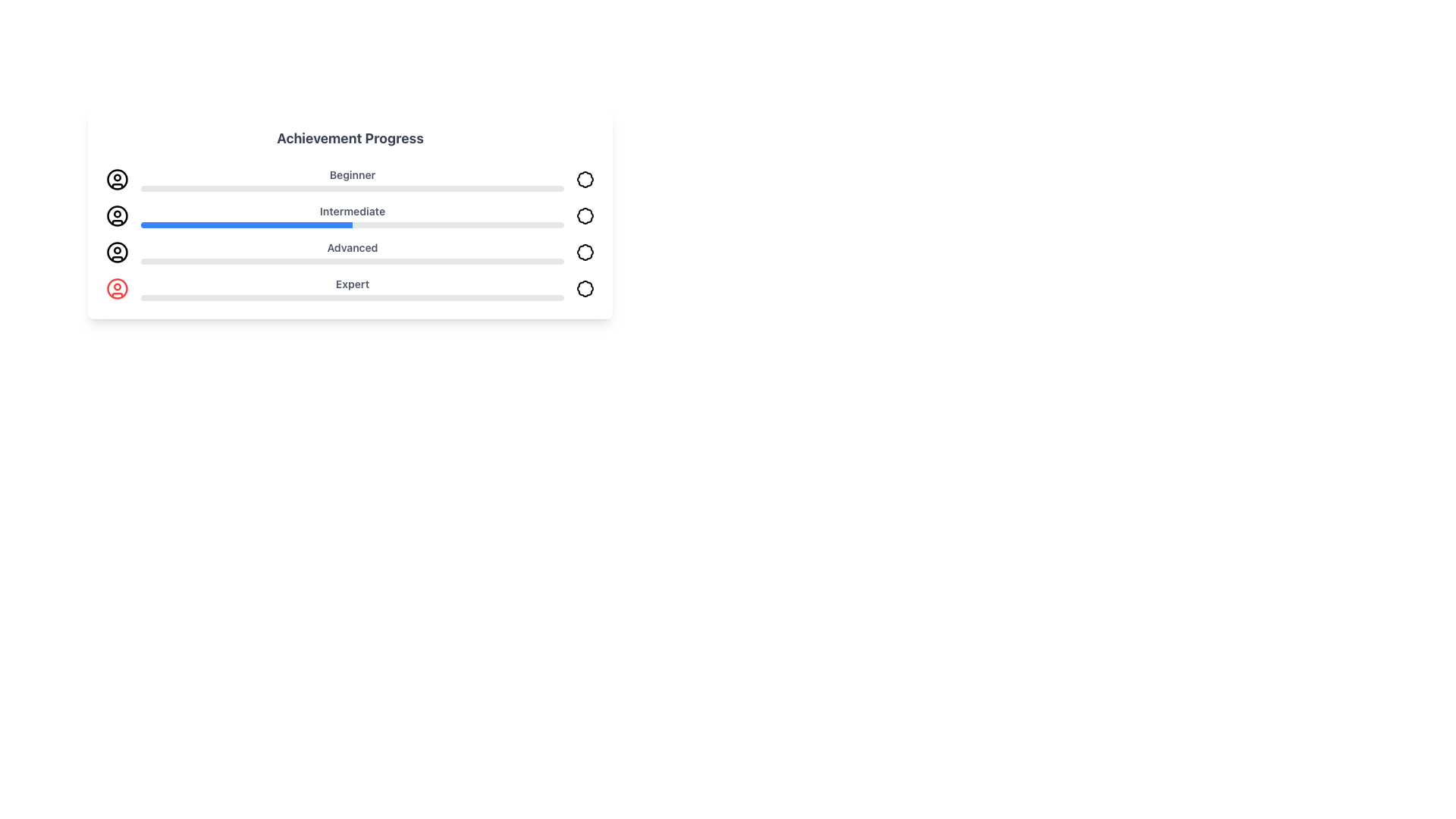  Describe the element at coordinates (349, 138) in the screenshot. I see `the 'Achievement Progress' text, which is styled in bold and dark gray, located at the top of the achievements panel` at that location.